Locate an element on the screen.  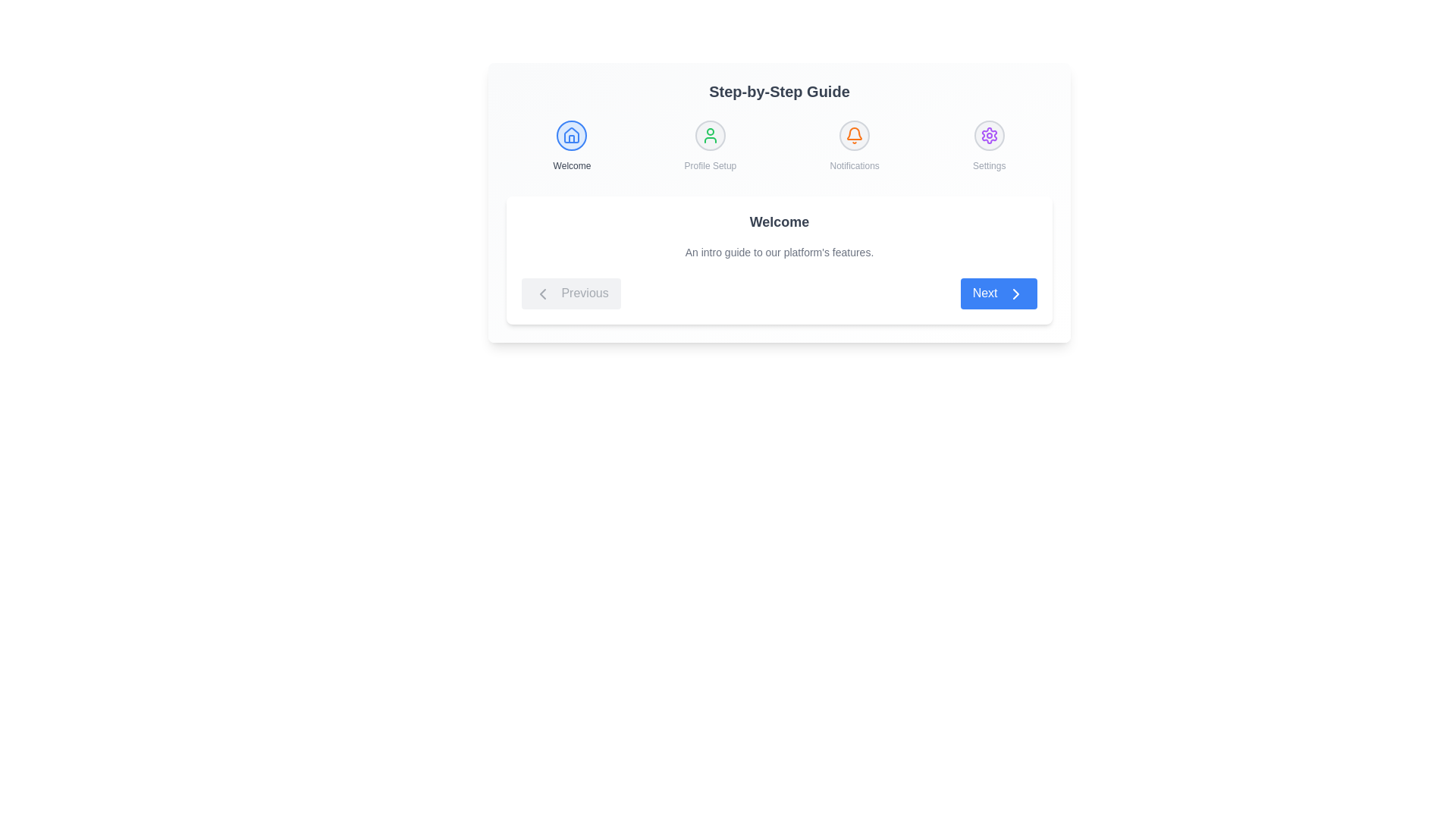
the 'Previous' button, which is a gray button with a left-arrow icon located in the bottom-left of the navigation section, to provide visual feedback is located at coordinates (570, 293).